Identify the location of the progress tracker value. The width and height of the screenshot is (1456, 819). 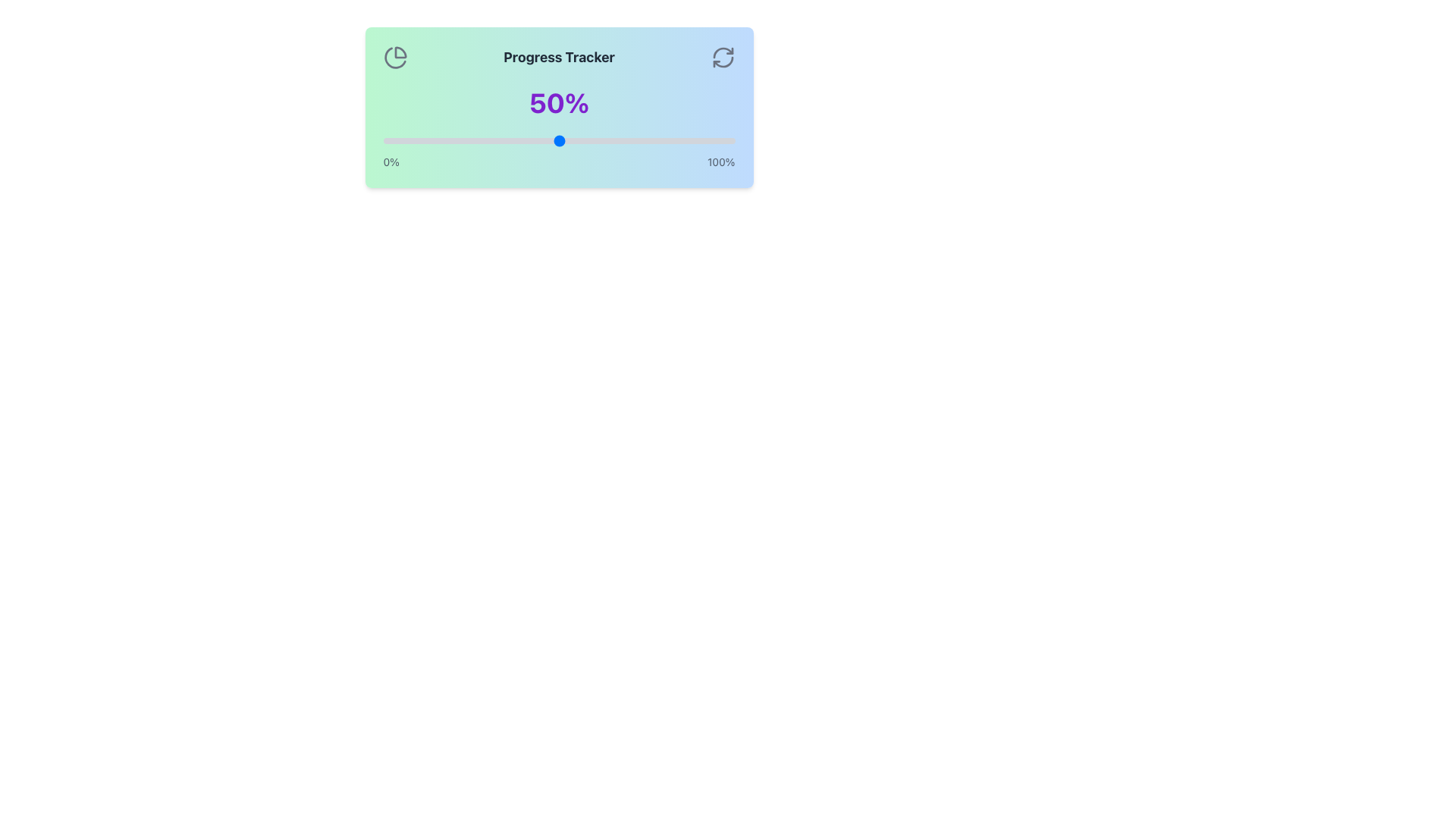
(394, 140).